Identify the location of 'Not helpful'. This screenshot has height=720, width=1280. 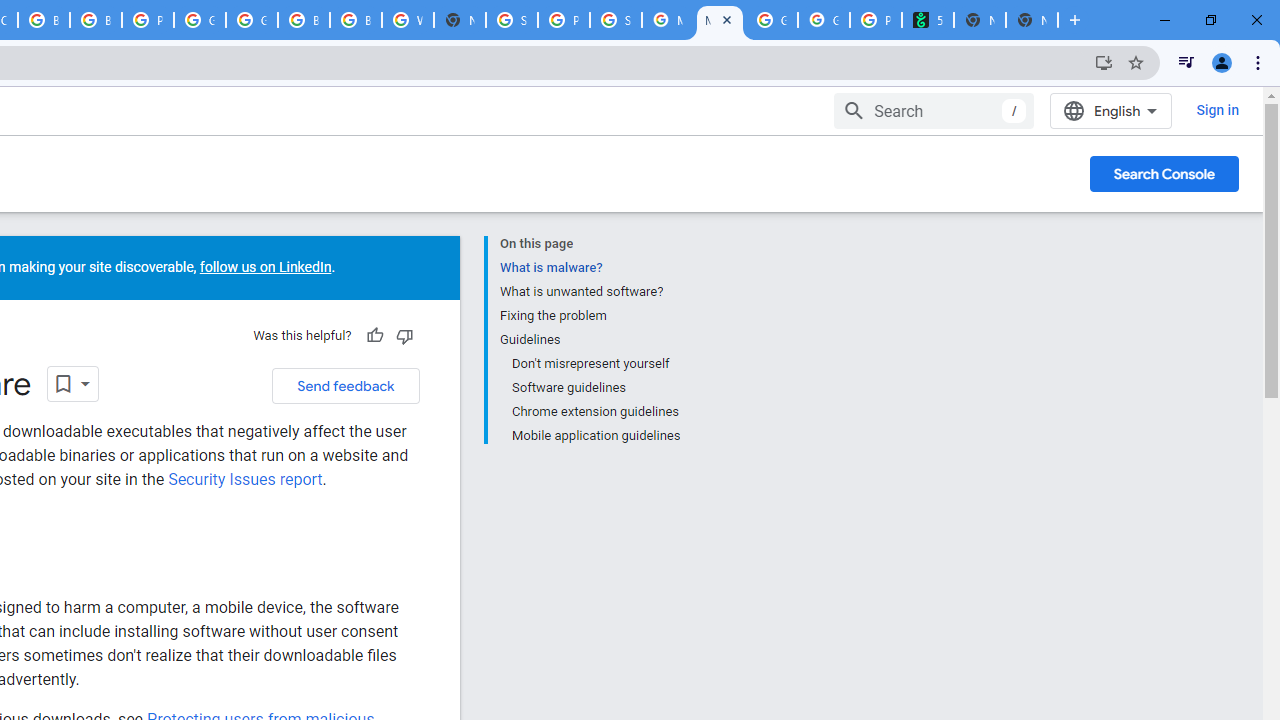
(403, 335).